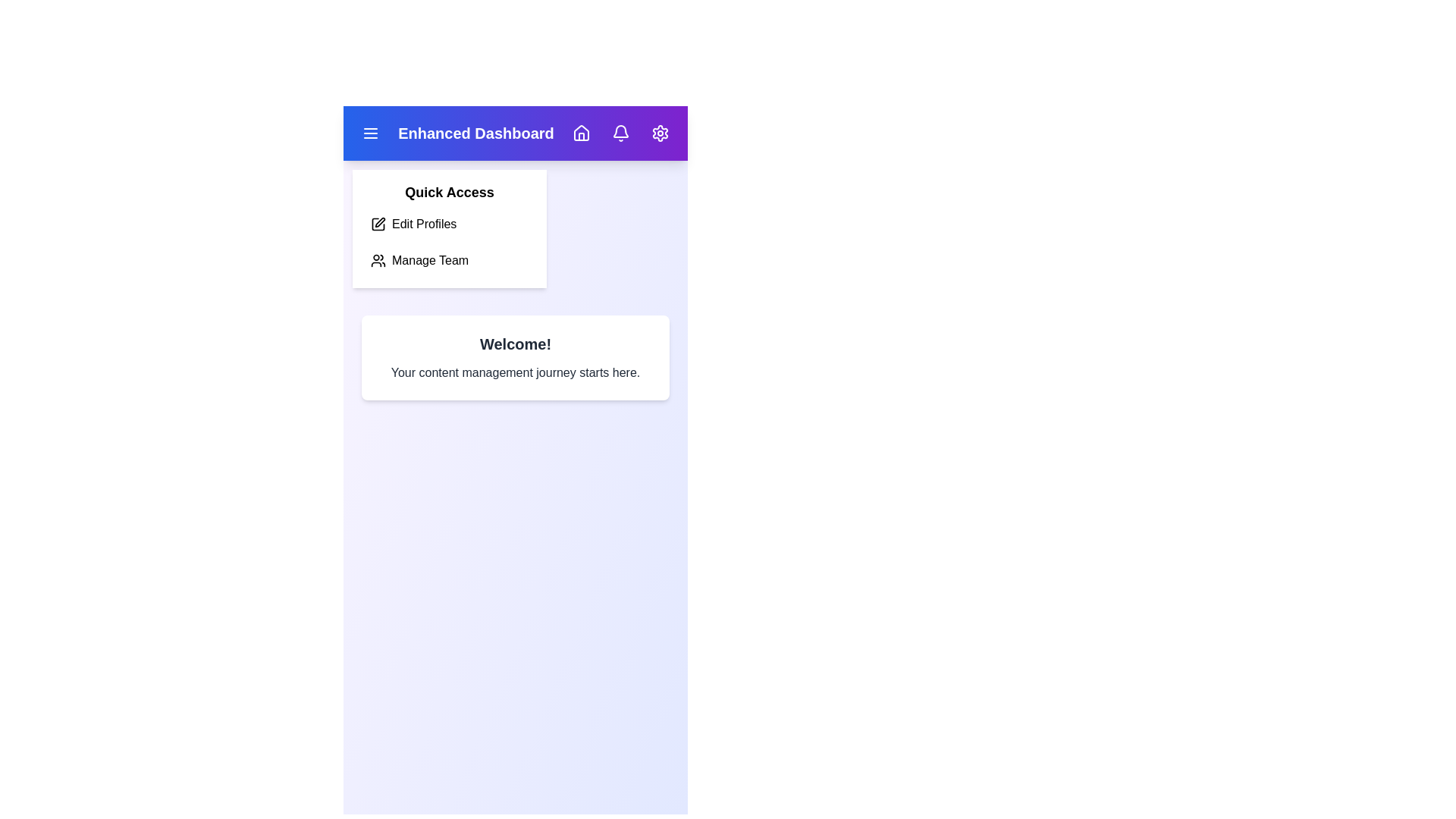  What do you see at coordinates (449, 224) in the screenshot?
I see `the 'Edit Profiles' option in the Quick Access menu` at bounding box center [449, 224].